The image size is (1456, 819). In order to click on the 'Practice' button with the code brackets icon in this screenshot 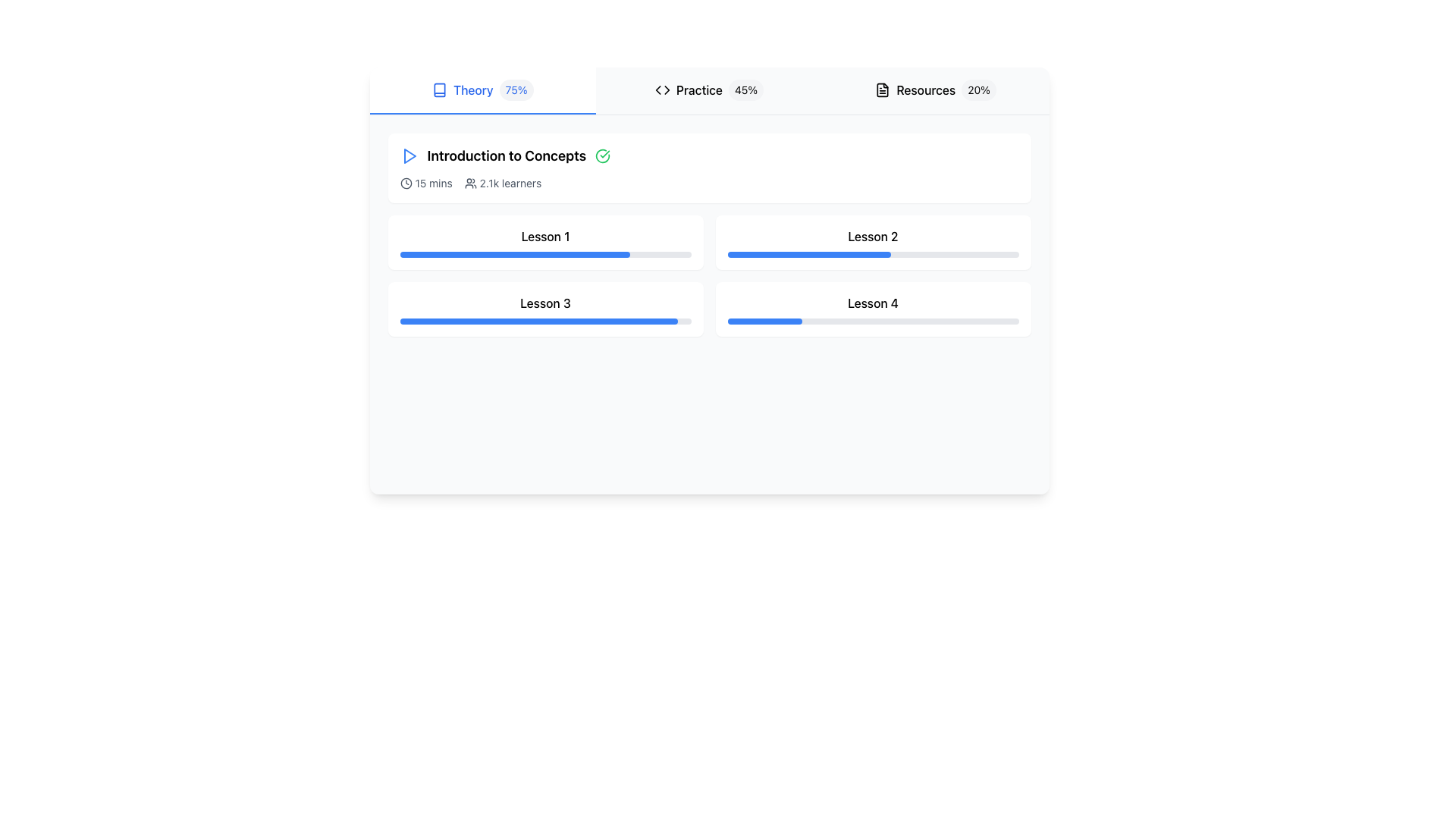, I will do `click(708, 90)`.